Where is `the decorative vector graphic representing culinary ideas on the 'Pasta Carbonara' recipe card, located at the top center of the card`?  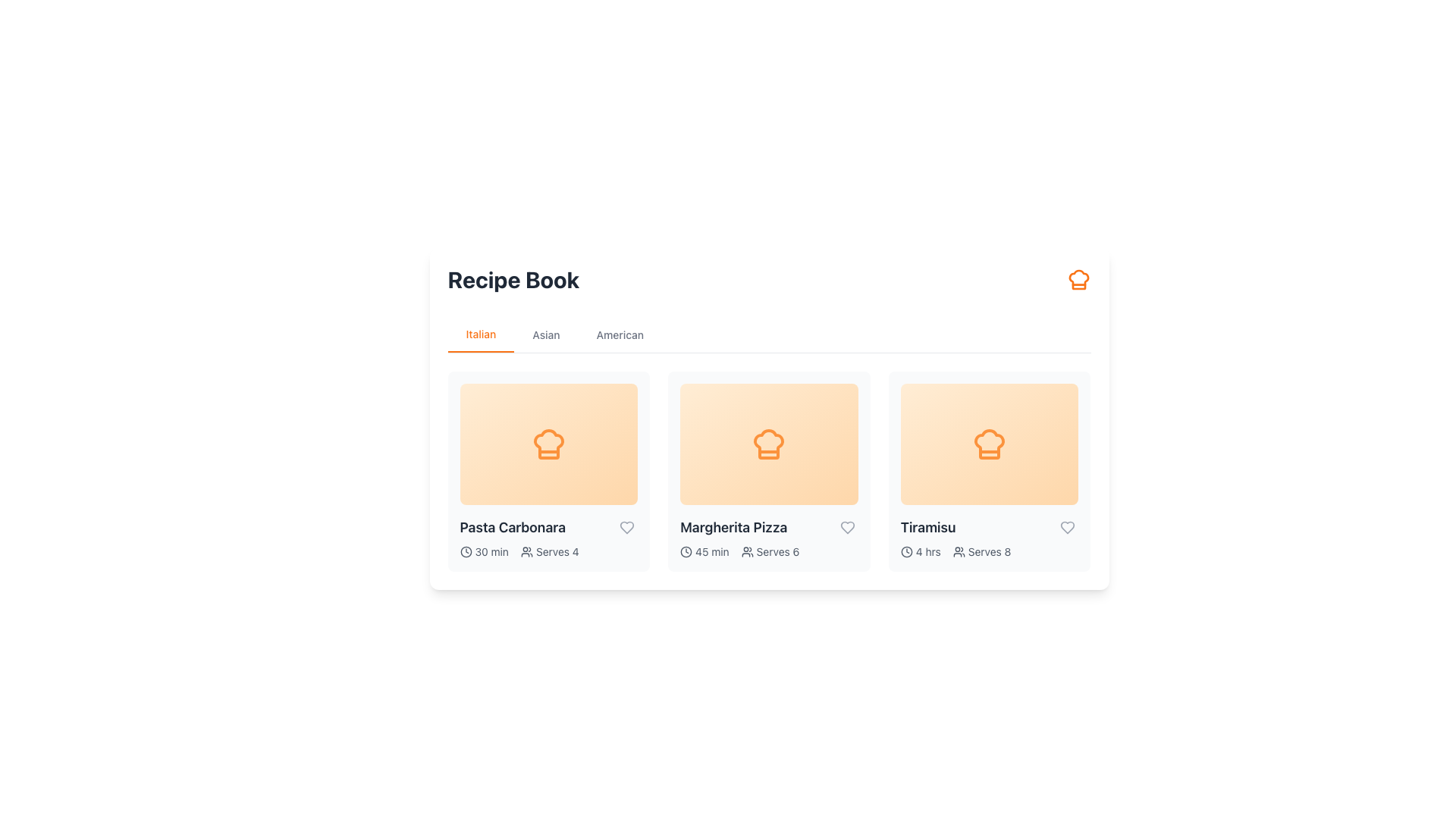
the decorative vector graphic representing culinary ideas on the 'Pasta Carbonara' recipe card, located at the top center of the card is located at coordinates (548, 444).